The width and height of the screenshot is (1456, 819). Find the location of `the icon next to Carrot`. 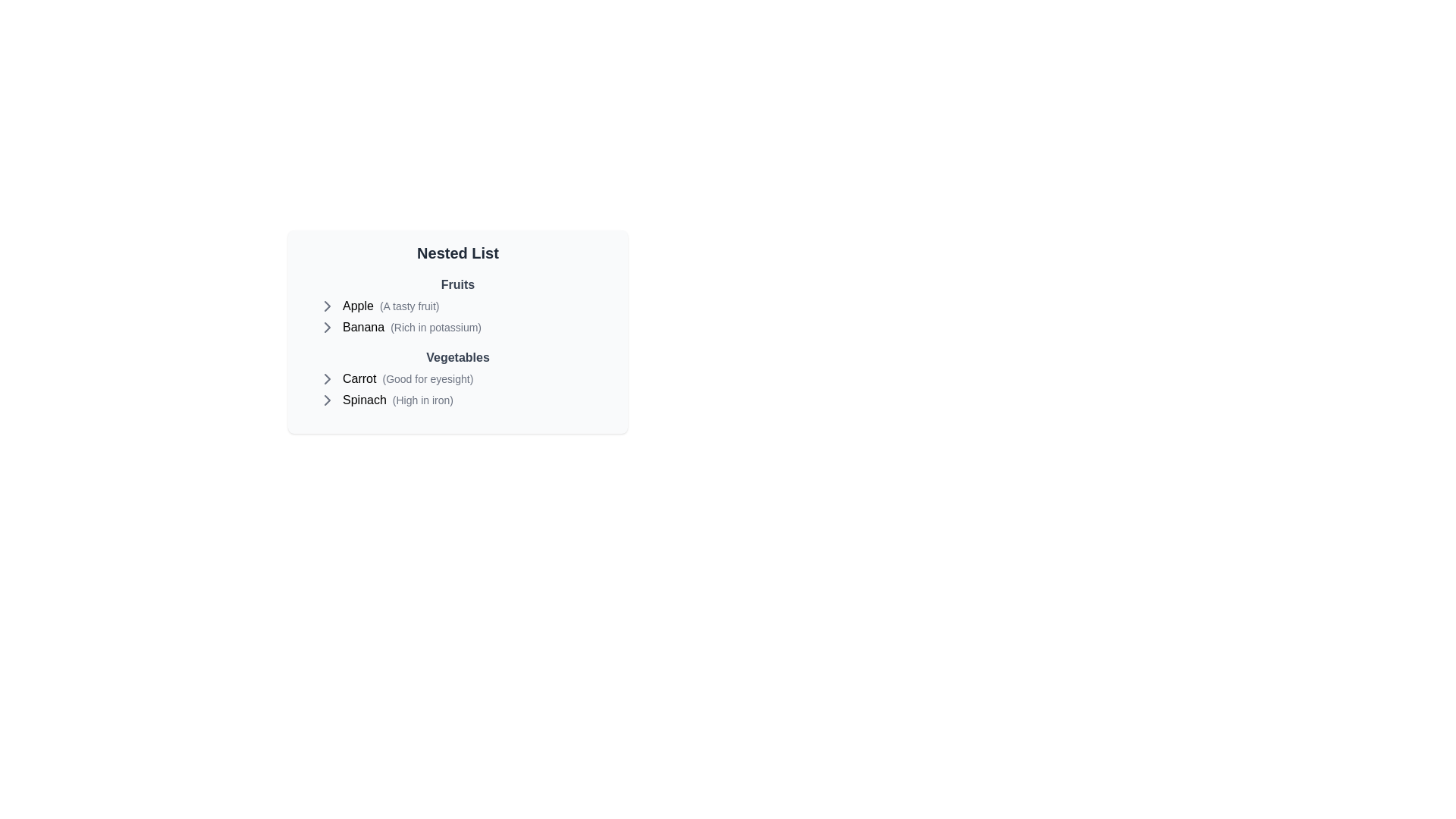

the icon next to Carrot is located at coordinates (327, 378).